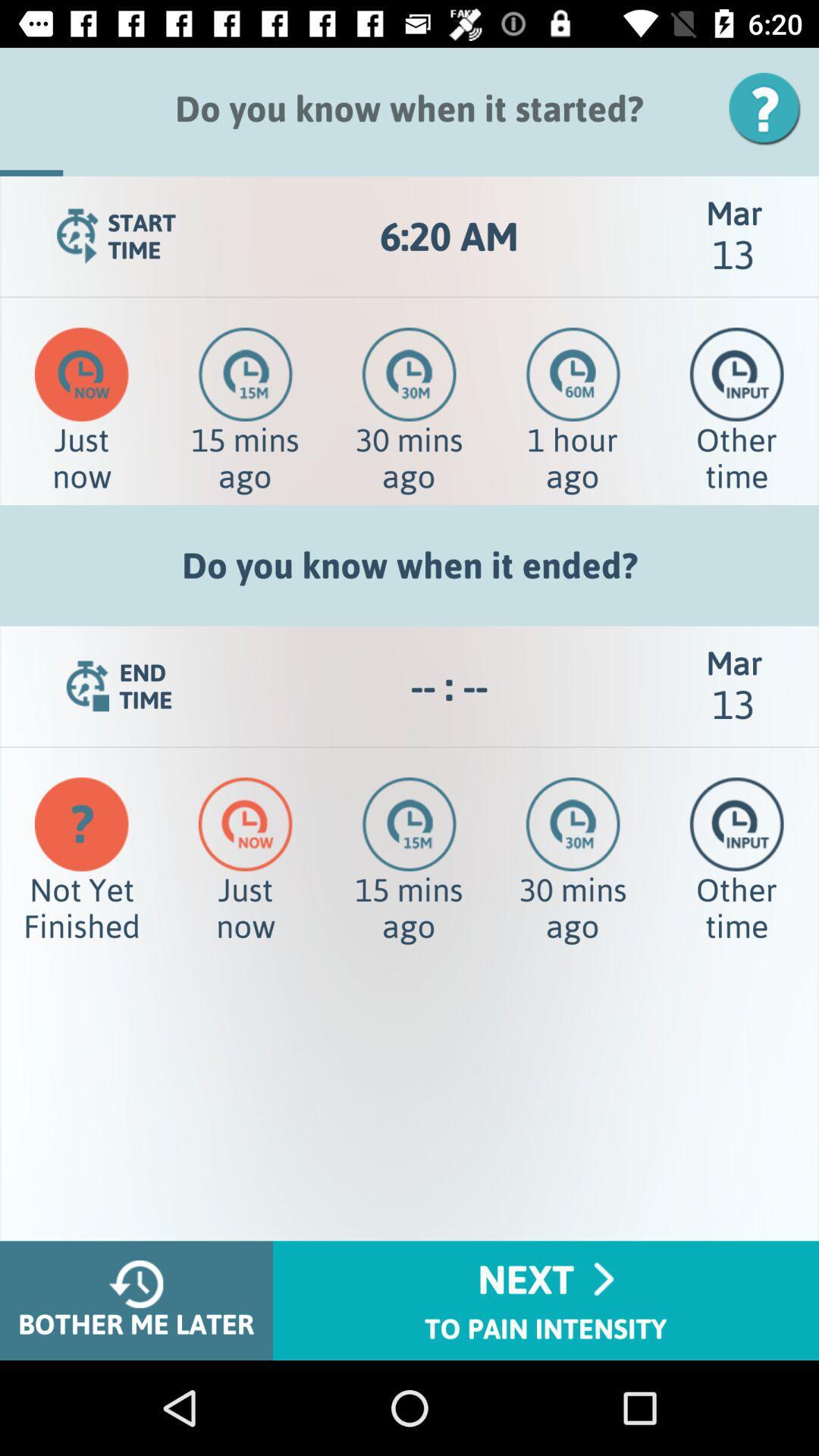 The height and width of the screenshot is (1456, 819). What do you see at coordinates (573, 824) in the screenshot?
I see `the time icon` at bounding box center [573, 824].